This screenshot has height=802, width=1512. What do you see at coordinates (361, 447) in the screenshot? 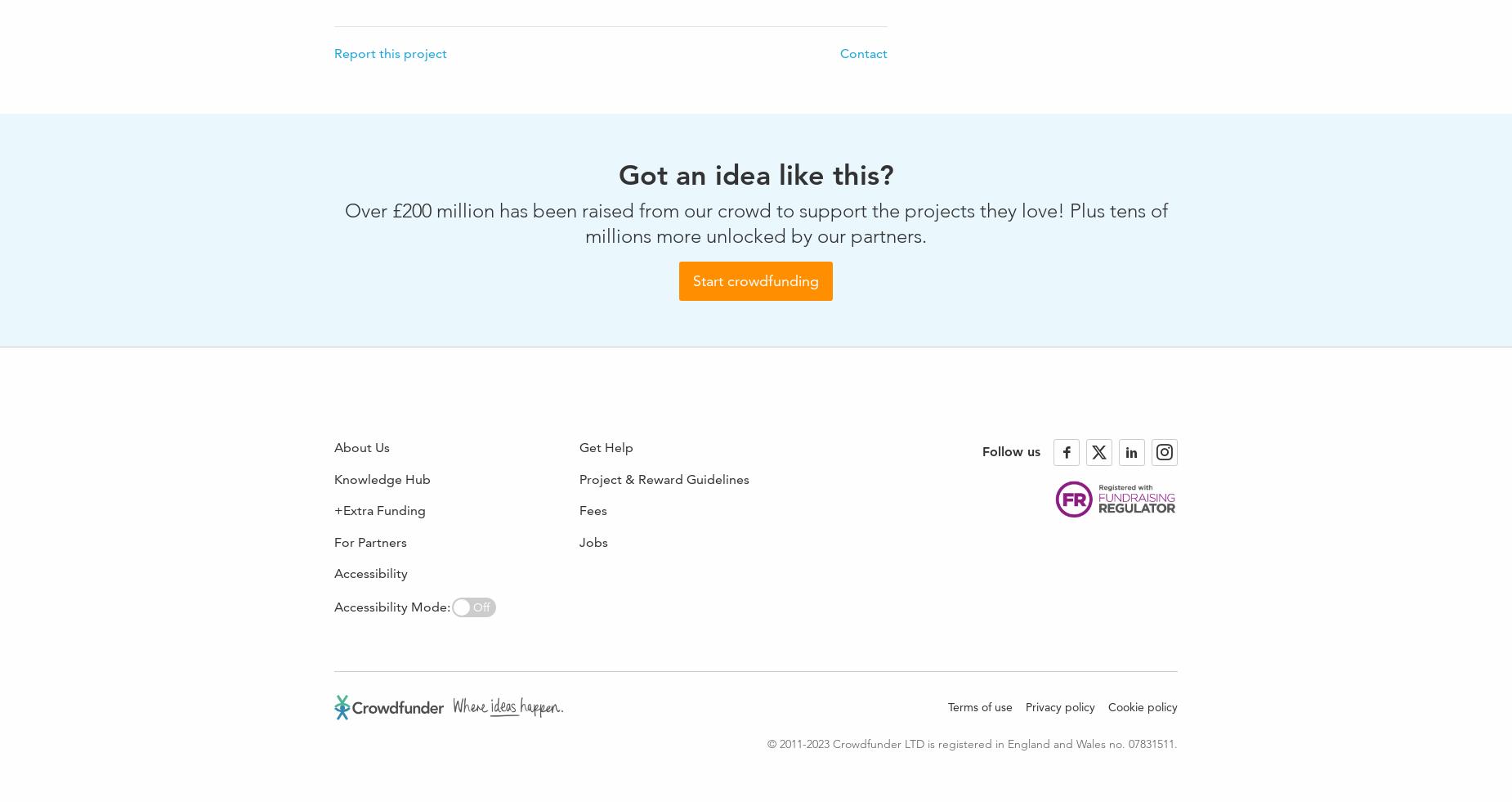
I see `'About Us'` at bounding box center [361, 447].